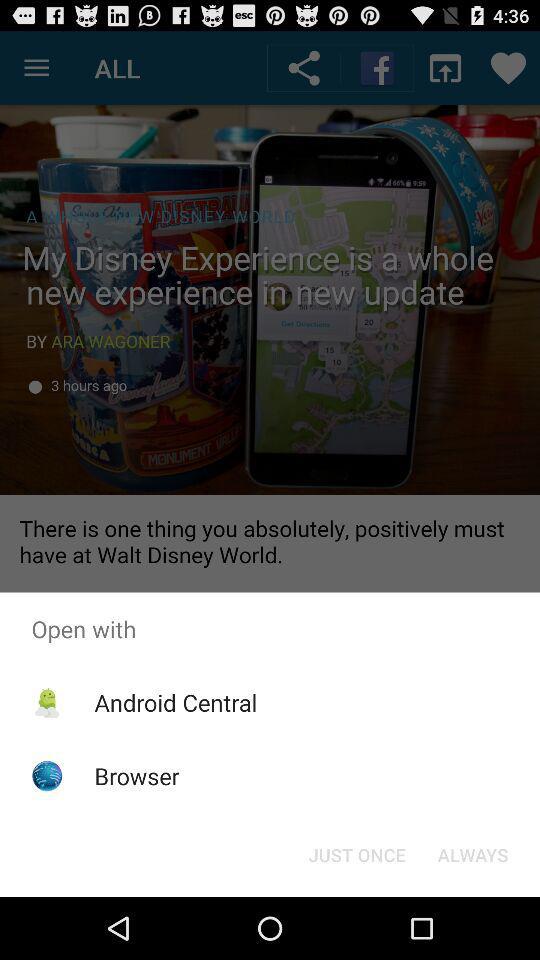 The height and width of the screenshot is (960, 540). I want to click on item below the open with icon, so click(472, 853).